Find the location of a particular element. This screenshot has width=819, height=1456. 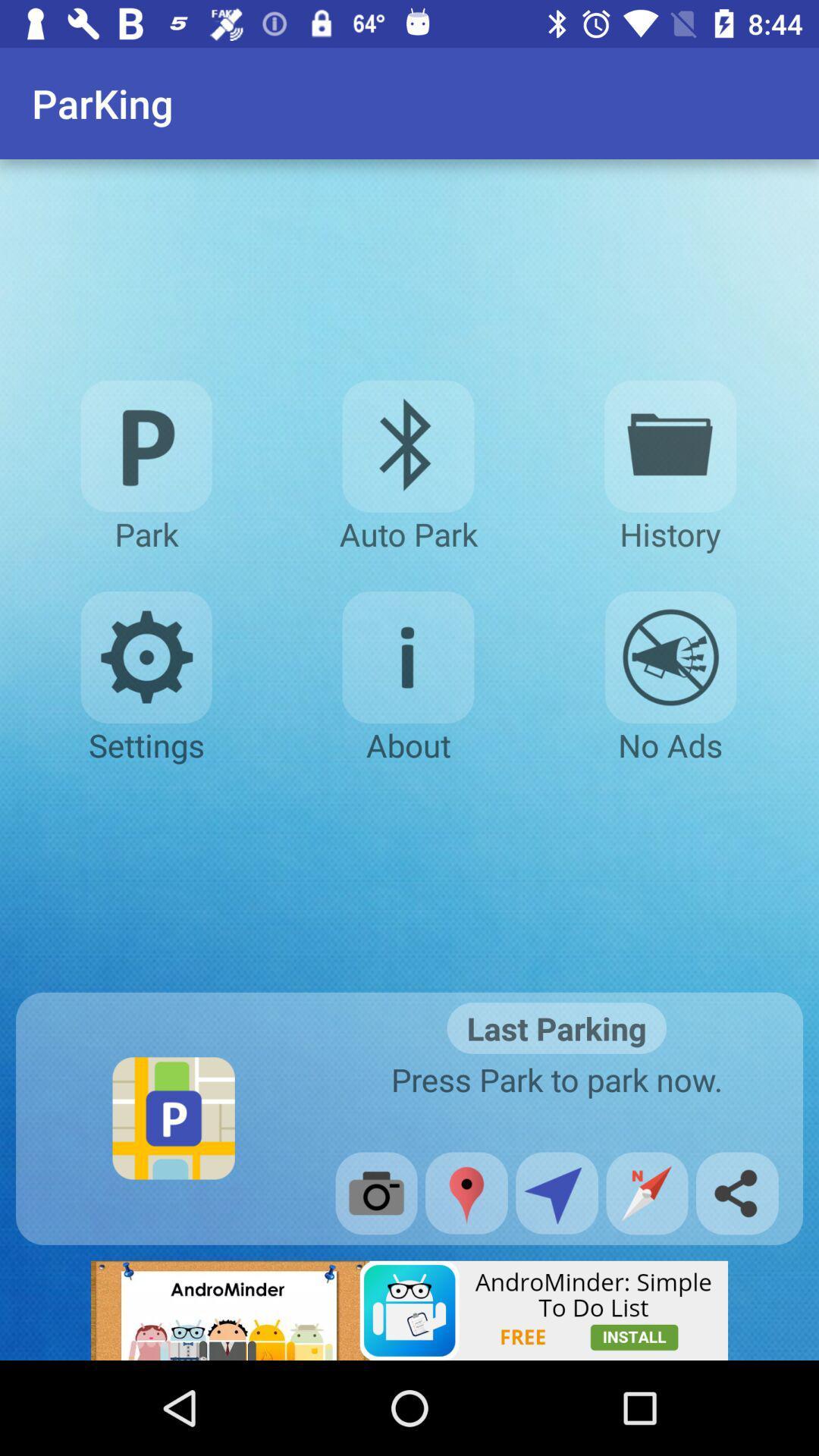

share to others is located at coordinates (736, 1192).